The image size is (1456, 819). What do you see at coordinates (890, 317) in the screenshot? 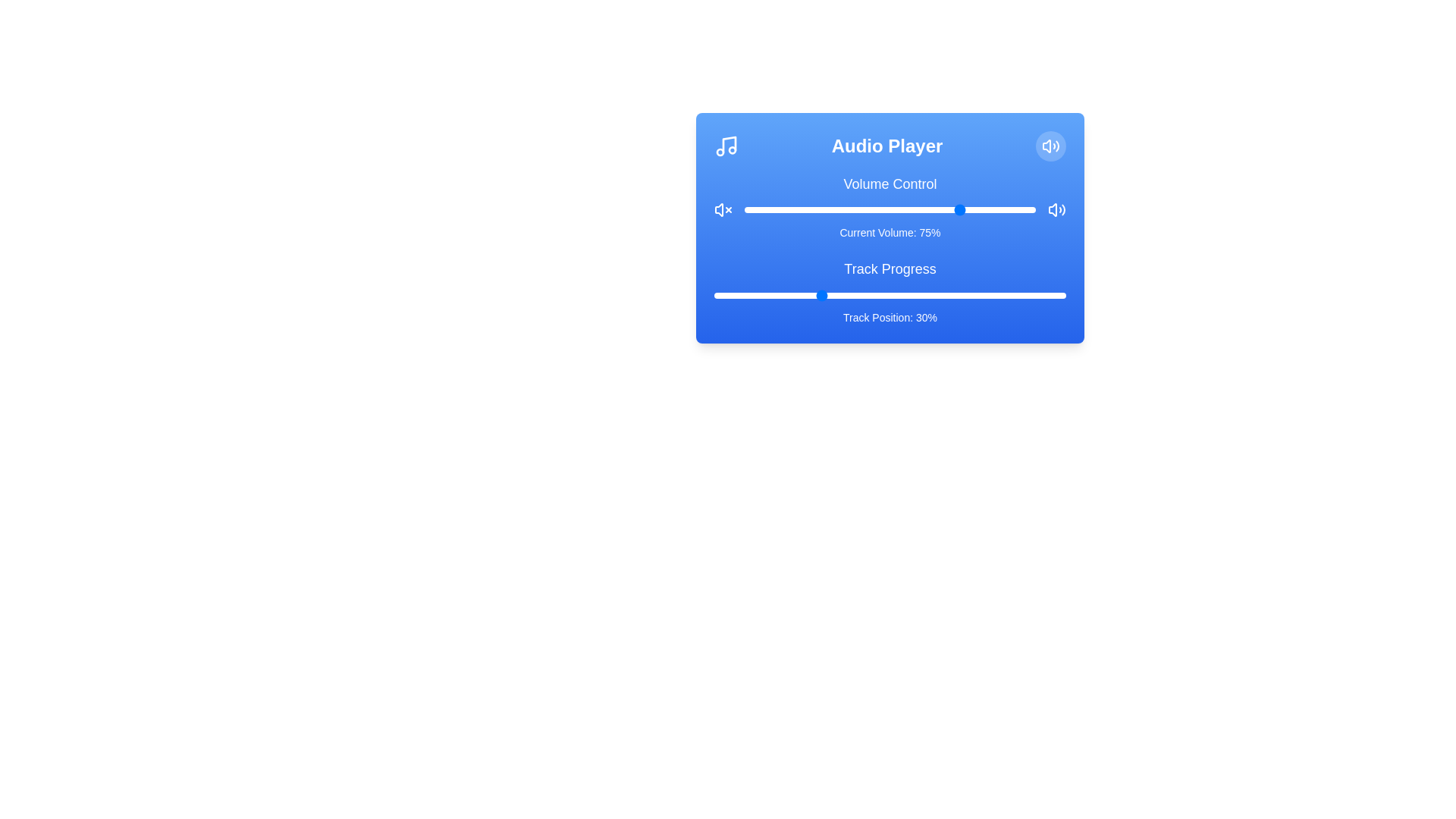
I see `the informational label that displays the current playback position of the audio track in percentage format, located at the bottom of the 'Track Progress' section in the 'Audio Player' interface` at bounding box center [890, 317].